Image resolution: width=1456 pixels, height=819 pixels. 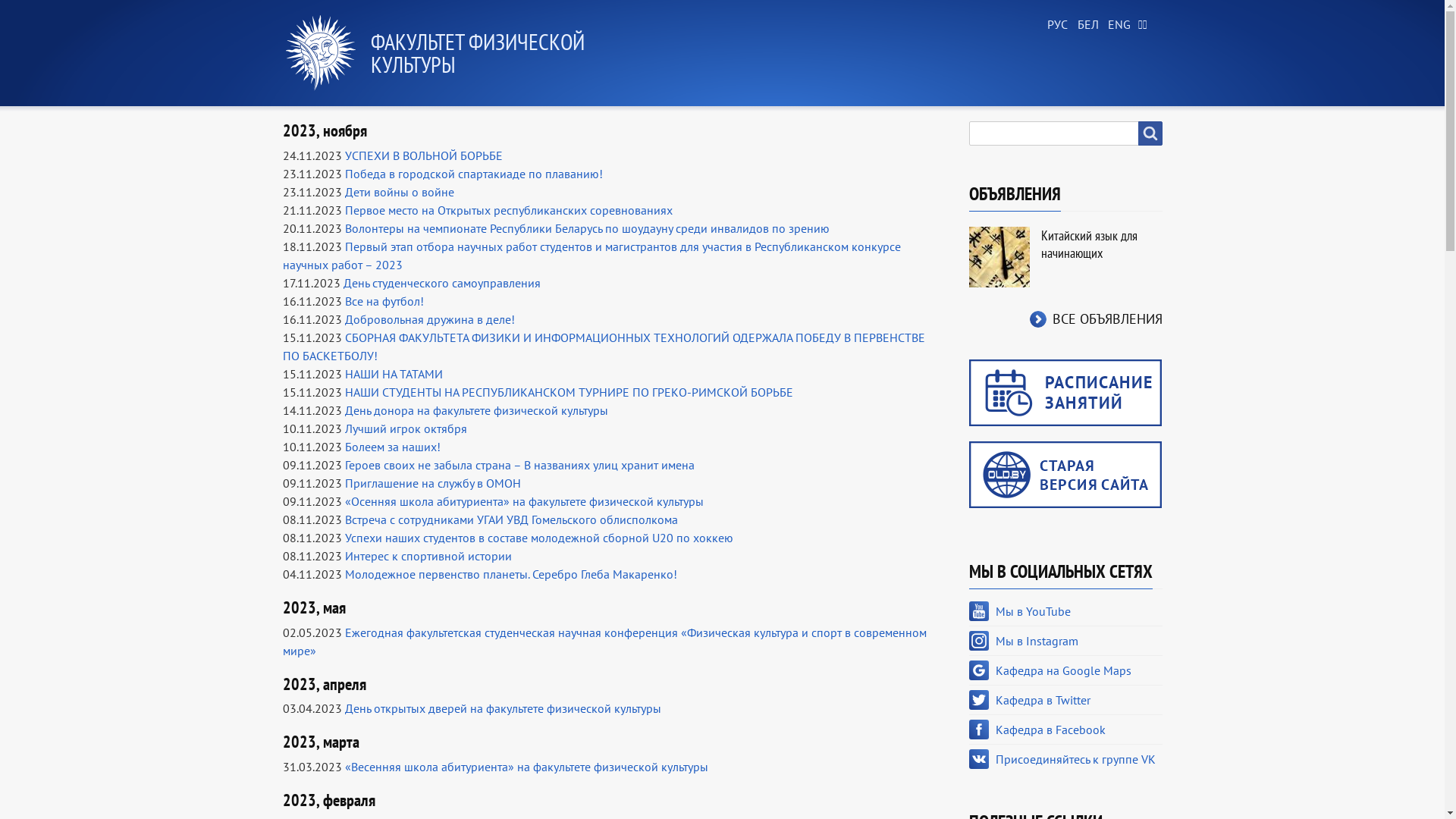 I want to click on 'Belarusian', so click(x=1084, y=25).